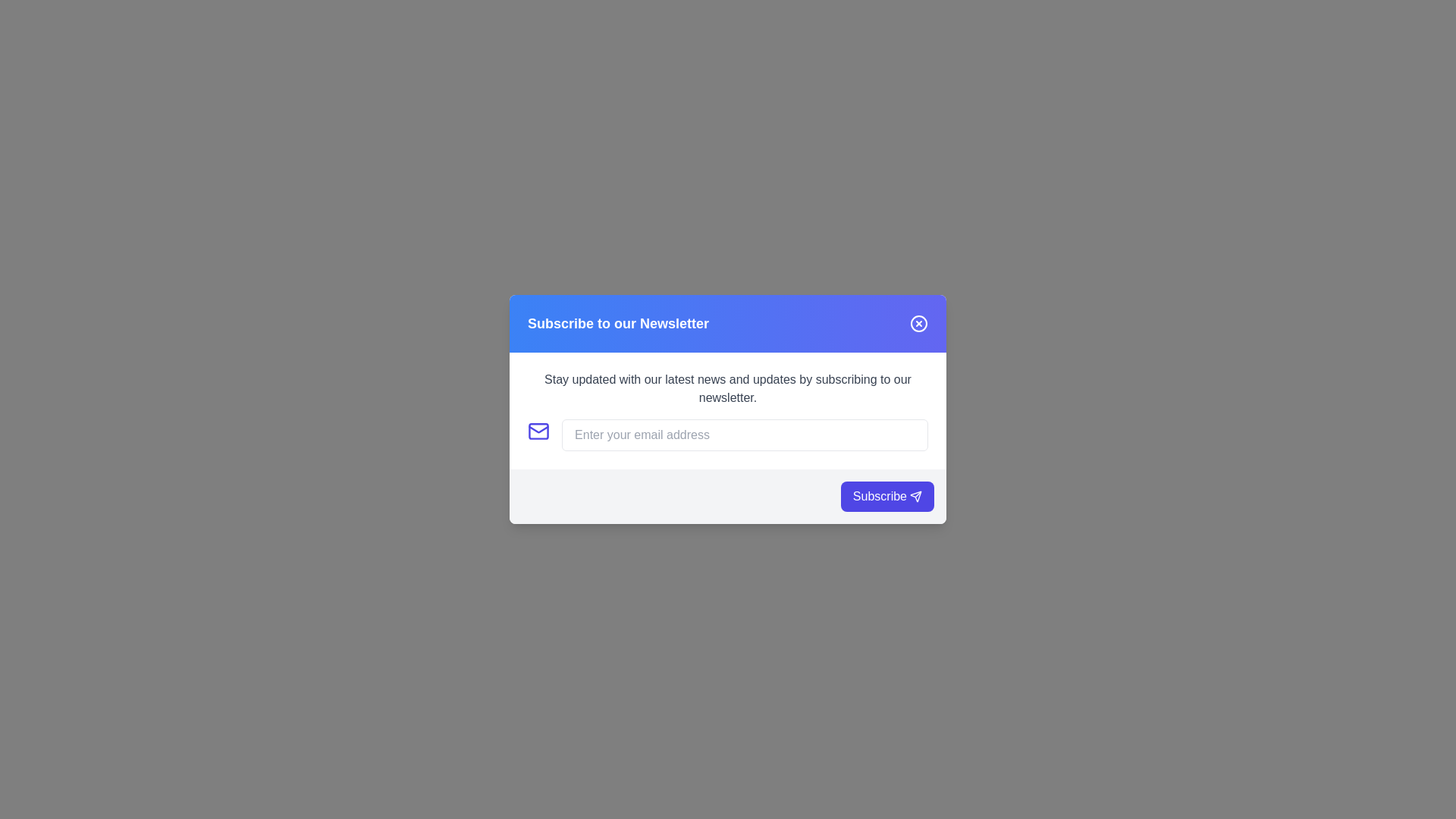 The width and height of the screenshot is (1456, 819). What do you see at coordinates (887, 497) in the screenshot?
I see `'Subscribe' button to submit the subscription` at bounding box center [887, 497].